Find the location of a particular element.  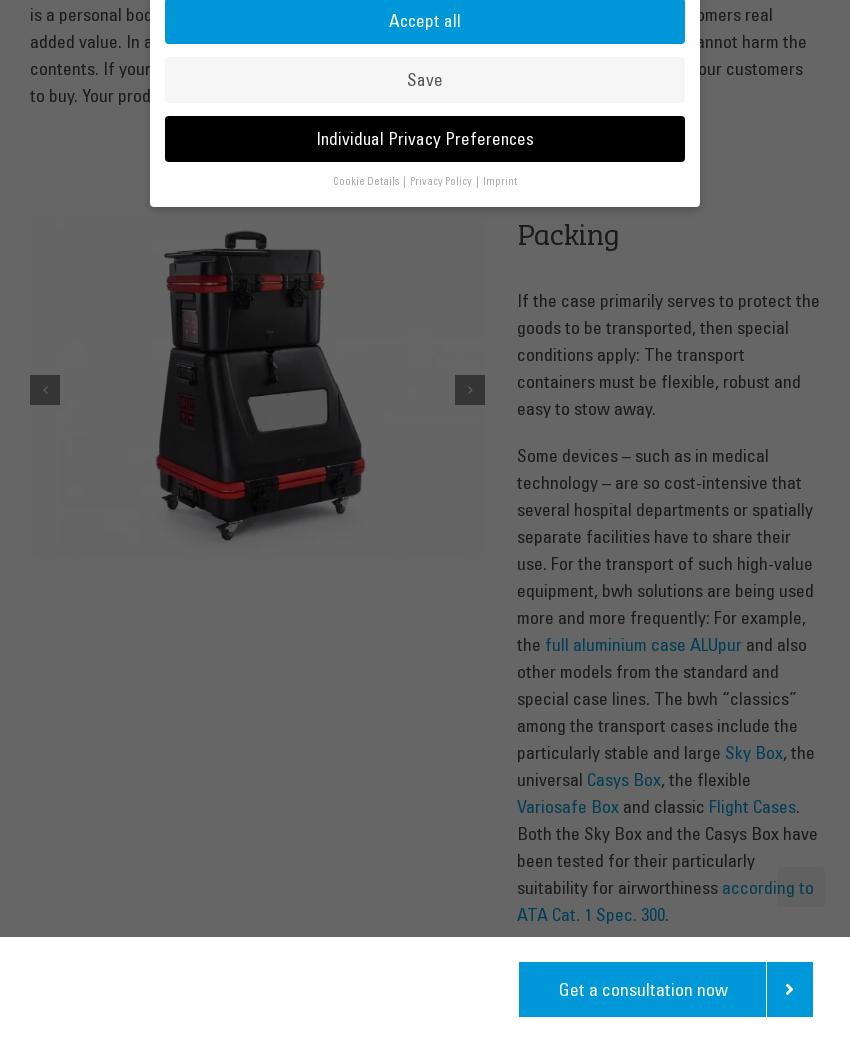

'.' is located at coordinates (665, 912).